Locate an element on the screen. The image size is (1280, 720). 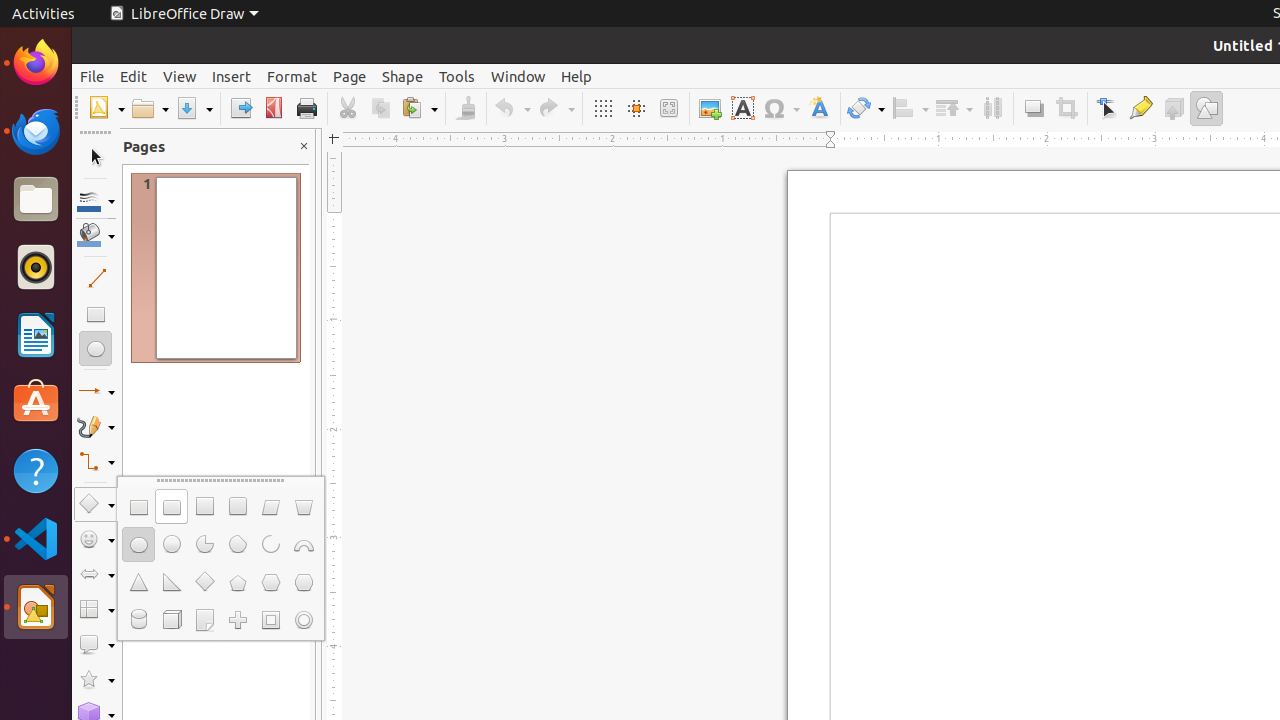
'File' is located at coordinates (91, 75).